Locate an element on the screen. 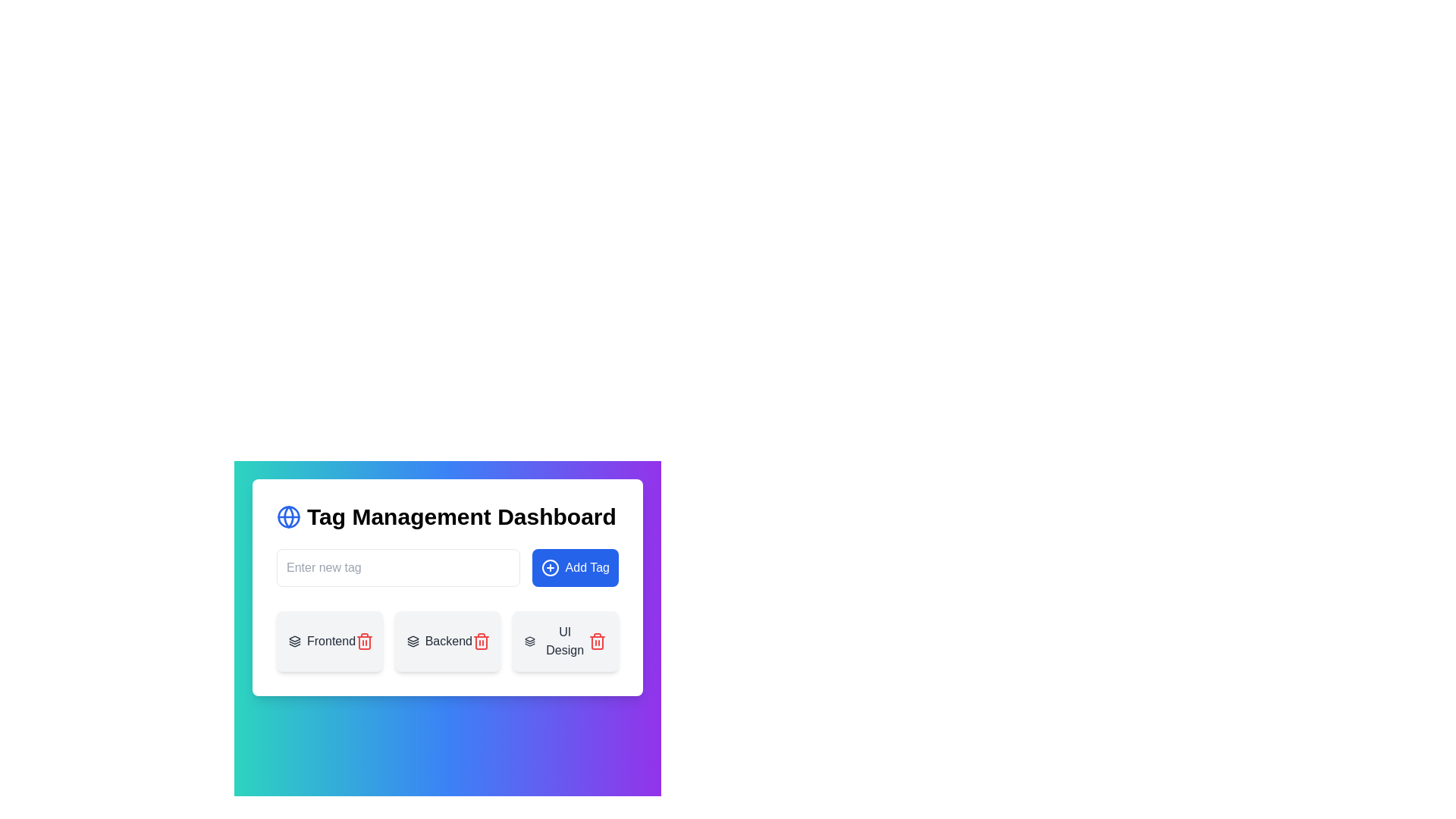 This screenshot has height=819, width=1456. the 'Add Tag' button located to the right of the 'Enter new tag' input field in the tag management interface is located at coordinates (574, 567).